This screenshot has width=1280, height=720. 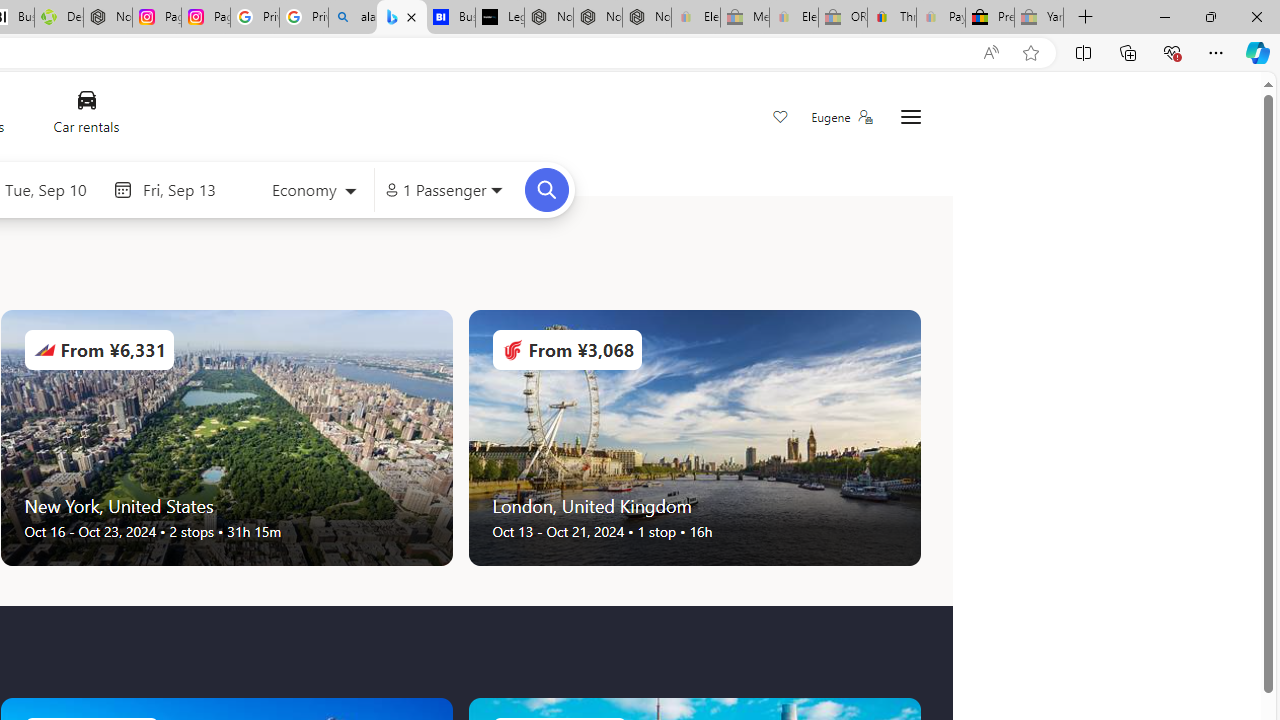 What do you see at coordinates (58, 17) in the screenshot?
I see `'Descarga Driver Updater'` at bounding box center [58, 17].